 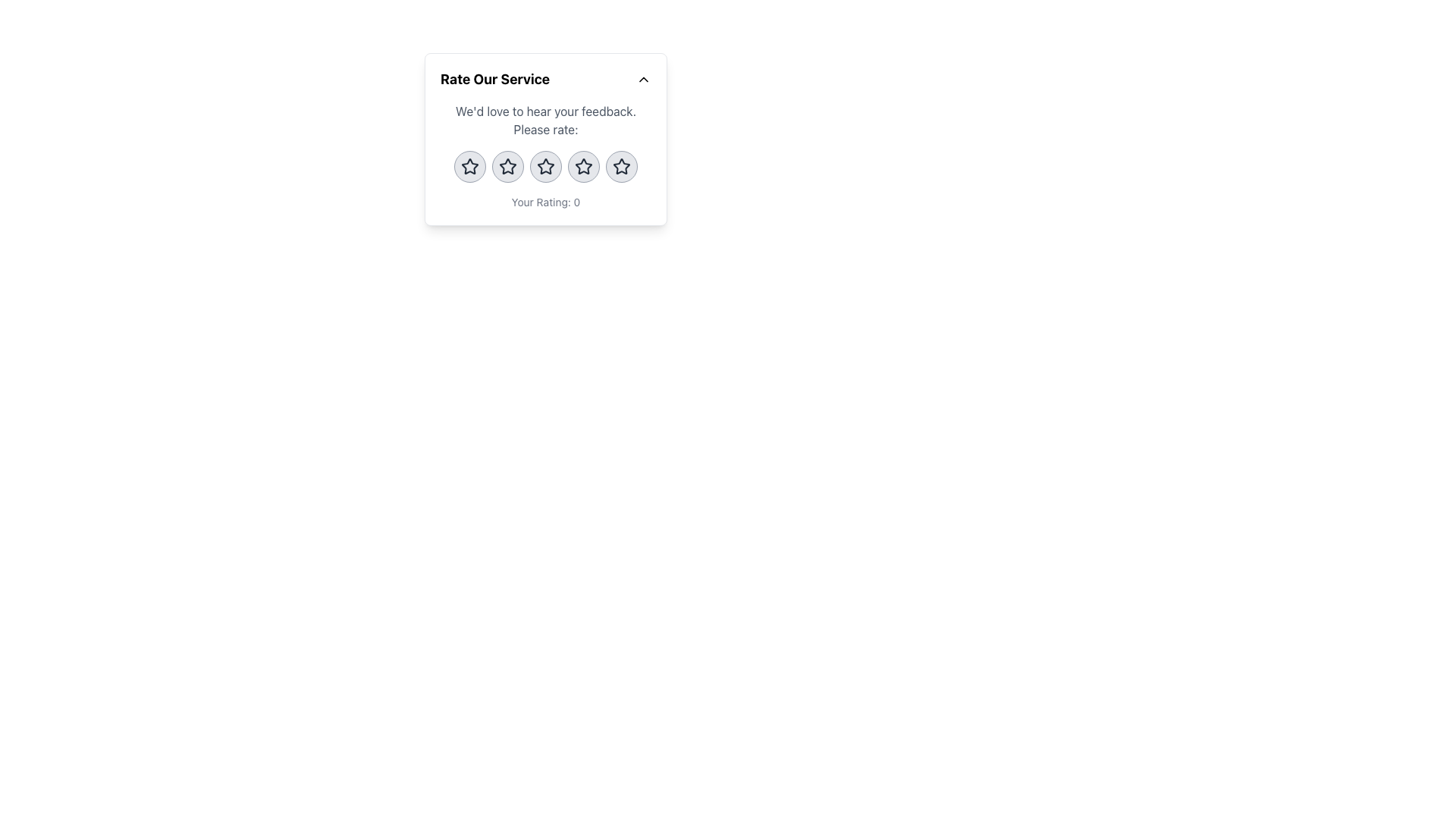 What do you see at coordinates (546, 201) in the screenshot?
I see `the text area displaying 'Your Rating: 0', which is located at the bottom of the feedback section, directly below the rating stars` at bounding box center [546, 201].